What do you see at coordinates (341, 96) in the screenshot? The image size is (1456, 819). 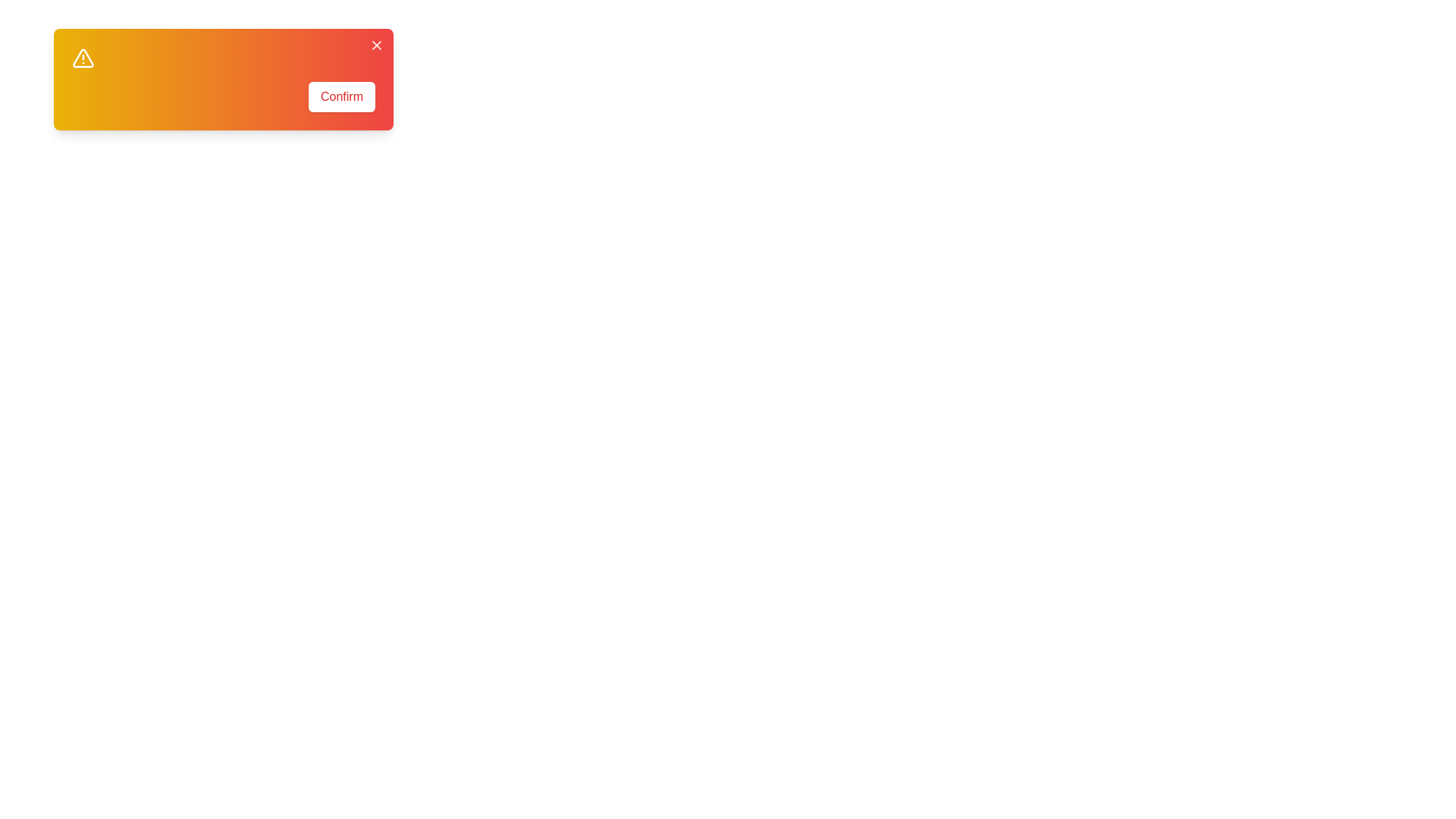 I see `the confirm button located in the bottom-right corner of the dialog box to proceed with the indicated operation` at bounding box center [341, 96].